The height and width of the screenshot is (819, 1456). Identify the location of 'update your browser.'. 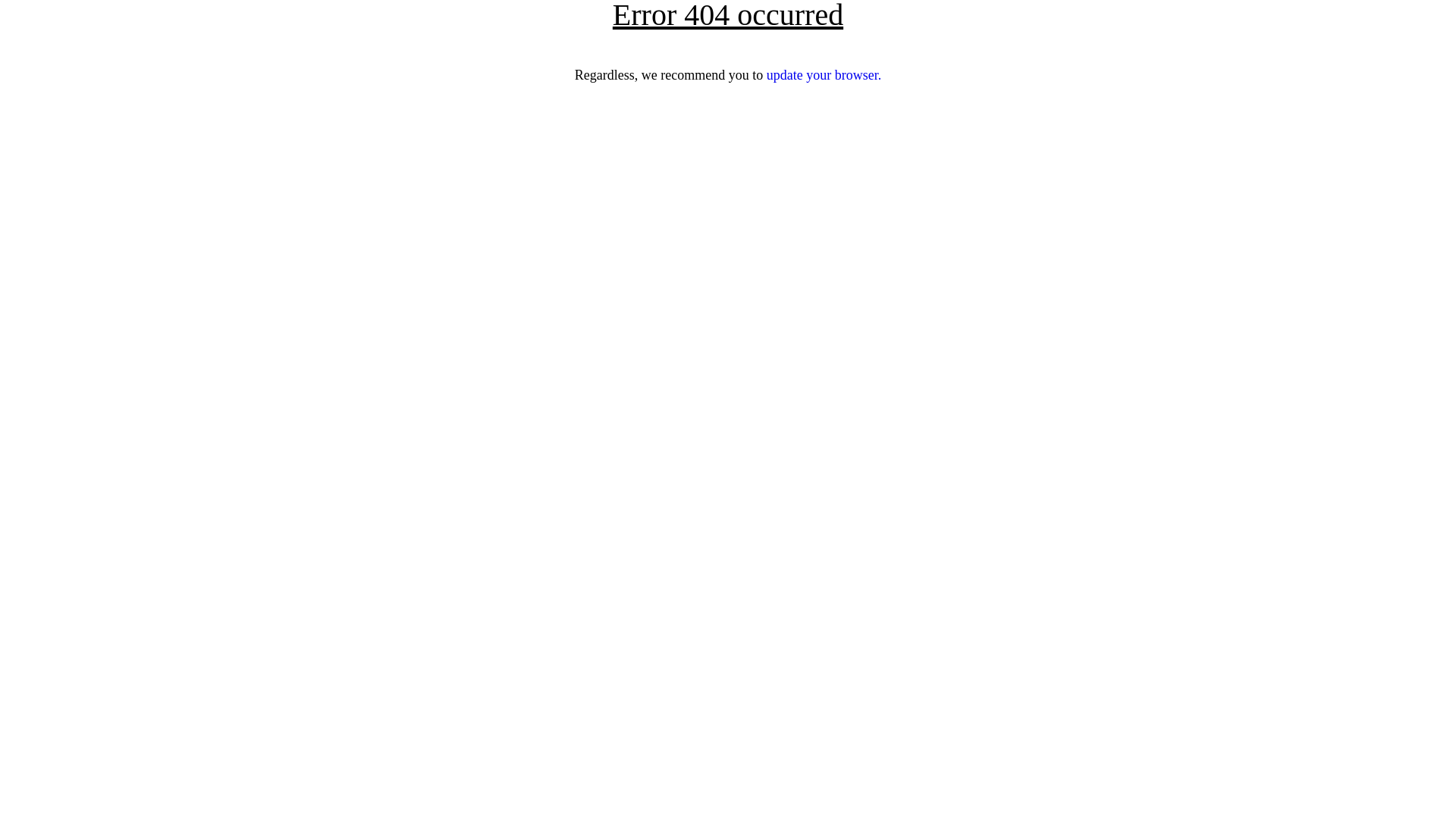
(823, 75).